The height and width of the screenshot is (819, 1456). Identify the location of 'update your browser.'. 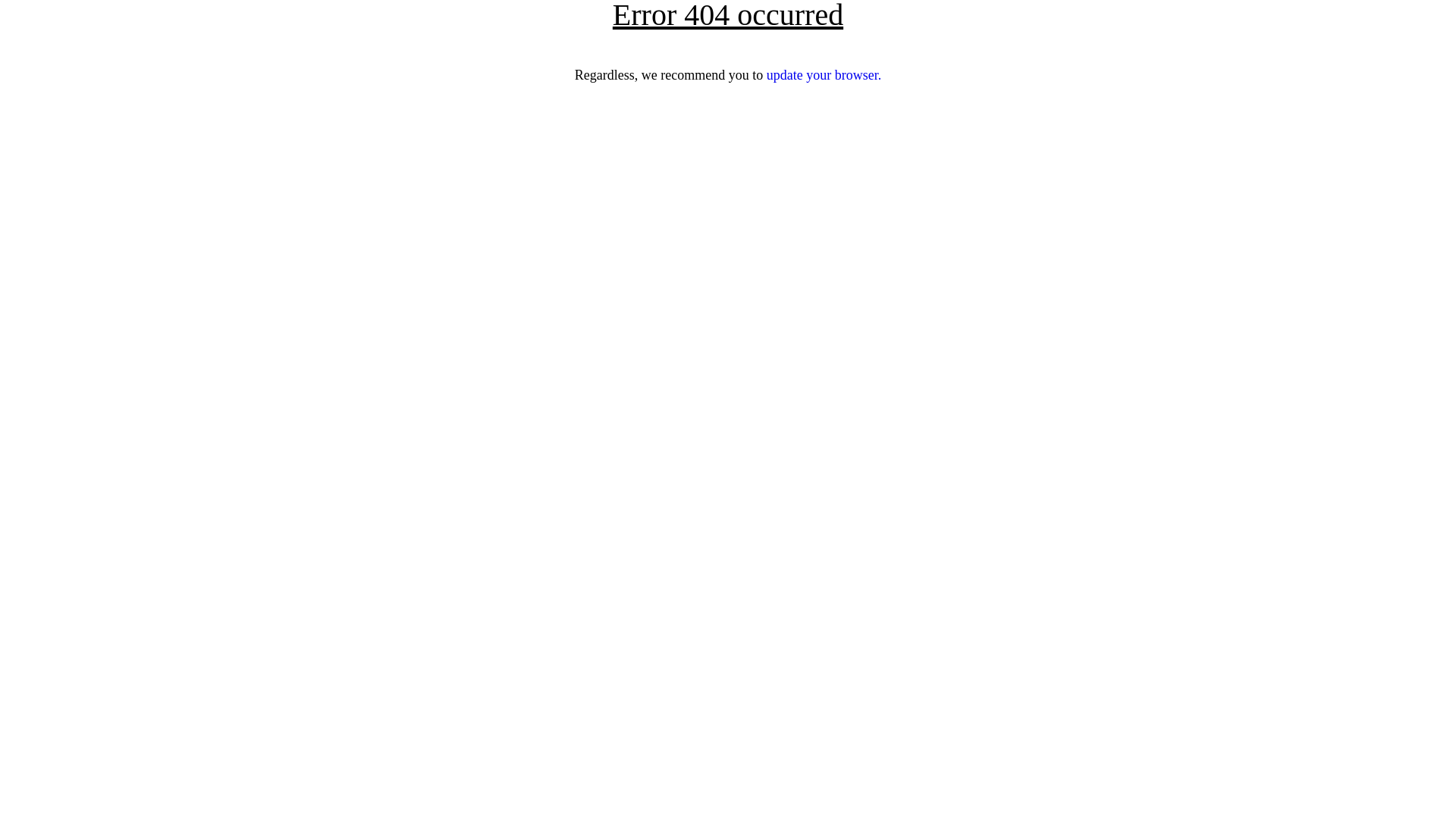
(823, 75).